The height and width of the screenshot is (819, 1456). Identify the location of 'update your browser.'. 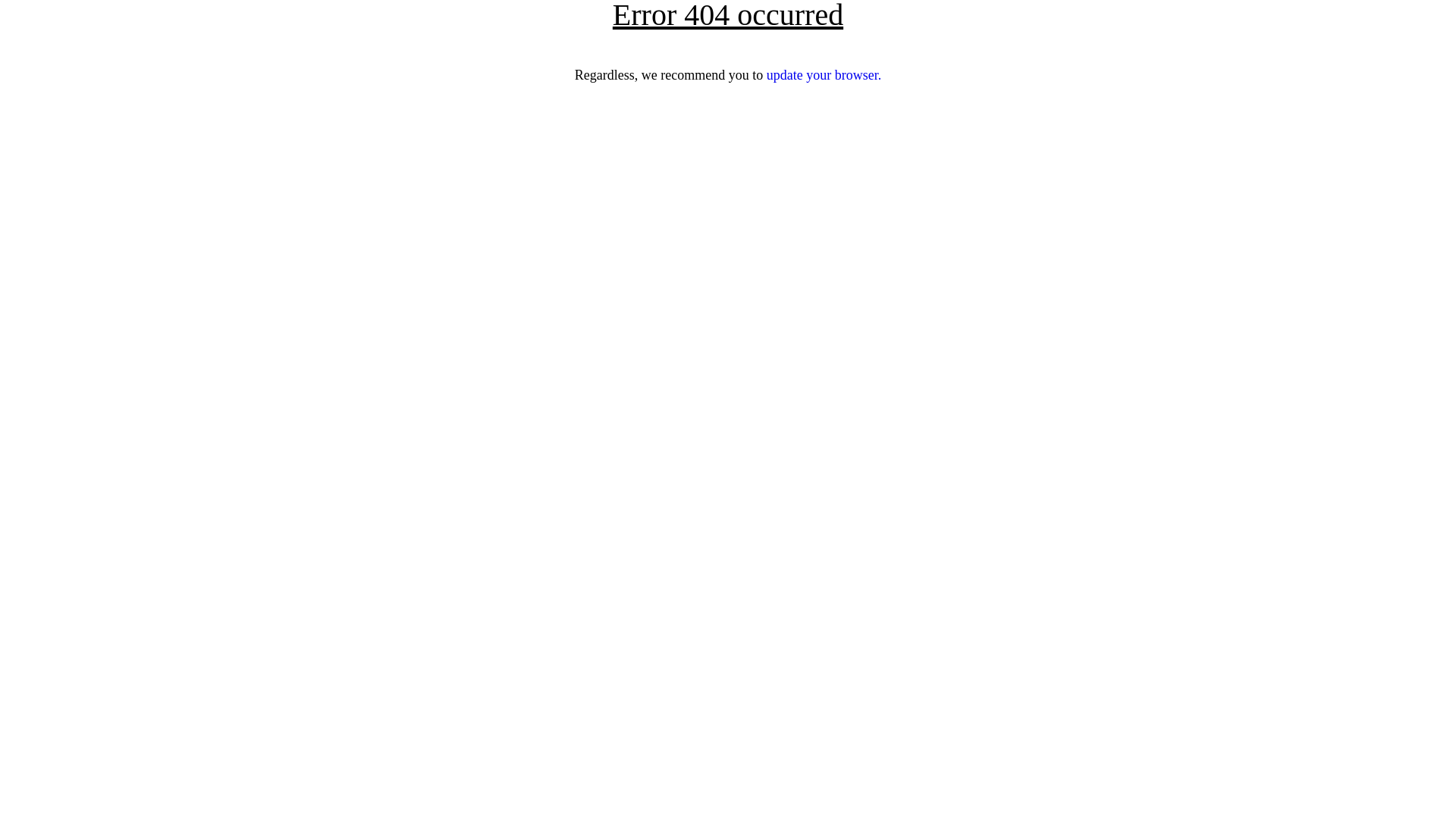
(823, 75).